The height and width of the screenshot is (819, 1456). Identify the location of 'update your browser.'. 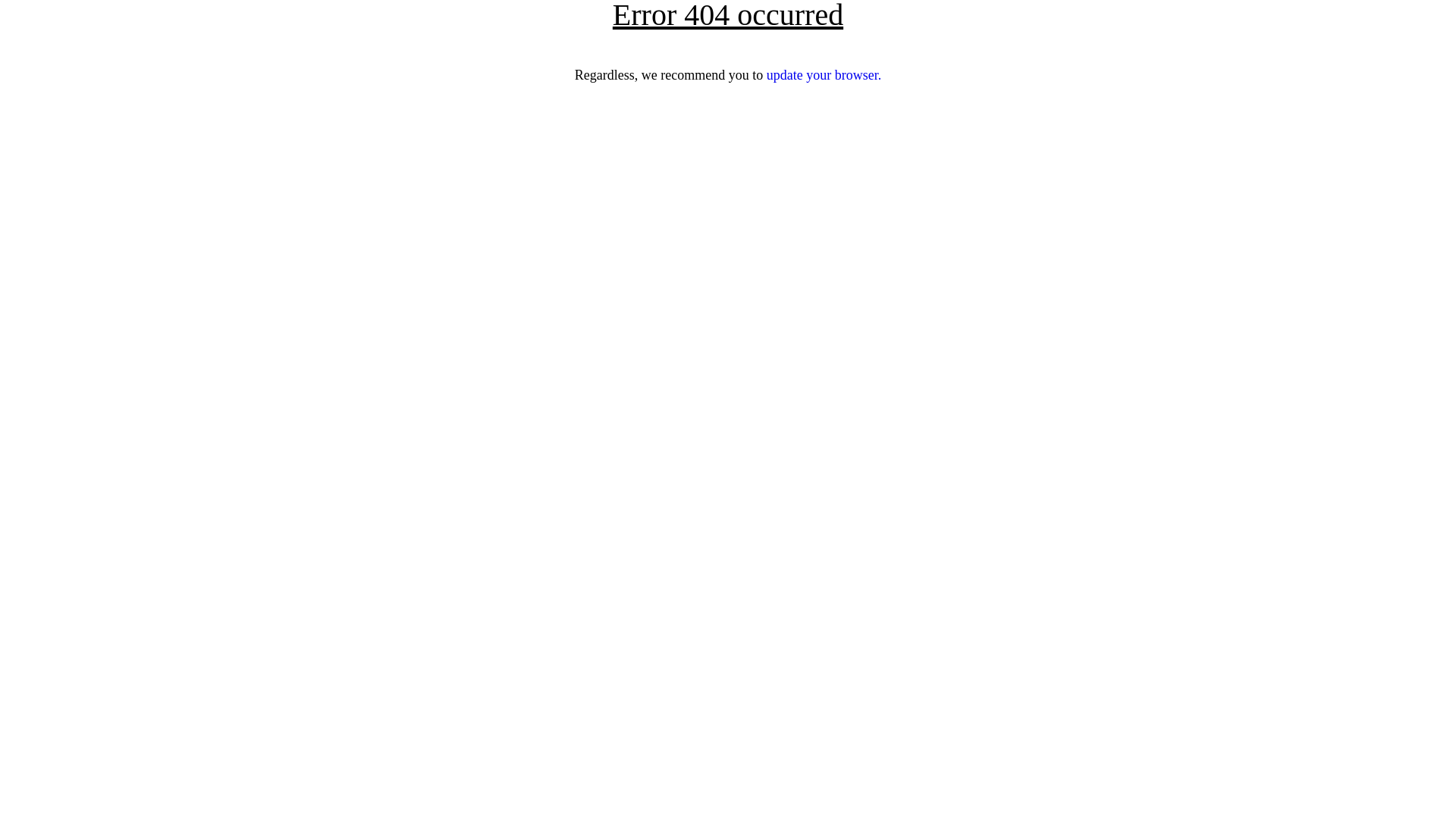
(823, 75).